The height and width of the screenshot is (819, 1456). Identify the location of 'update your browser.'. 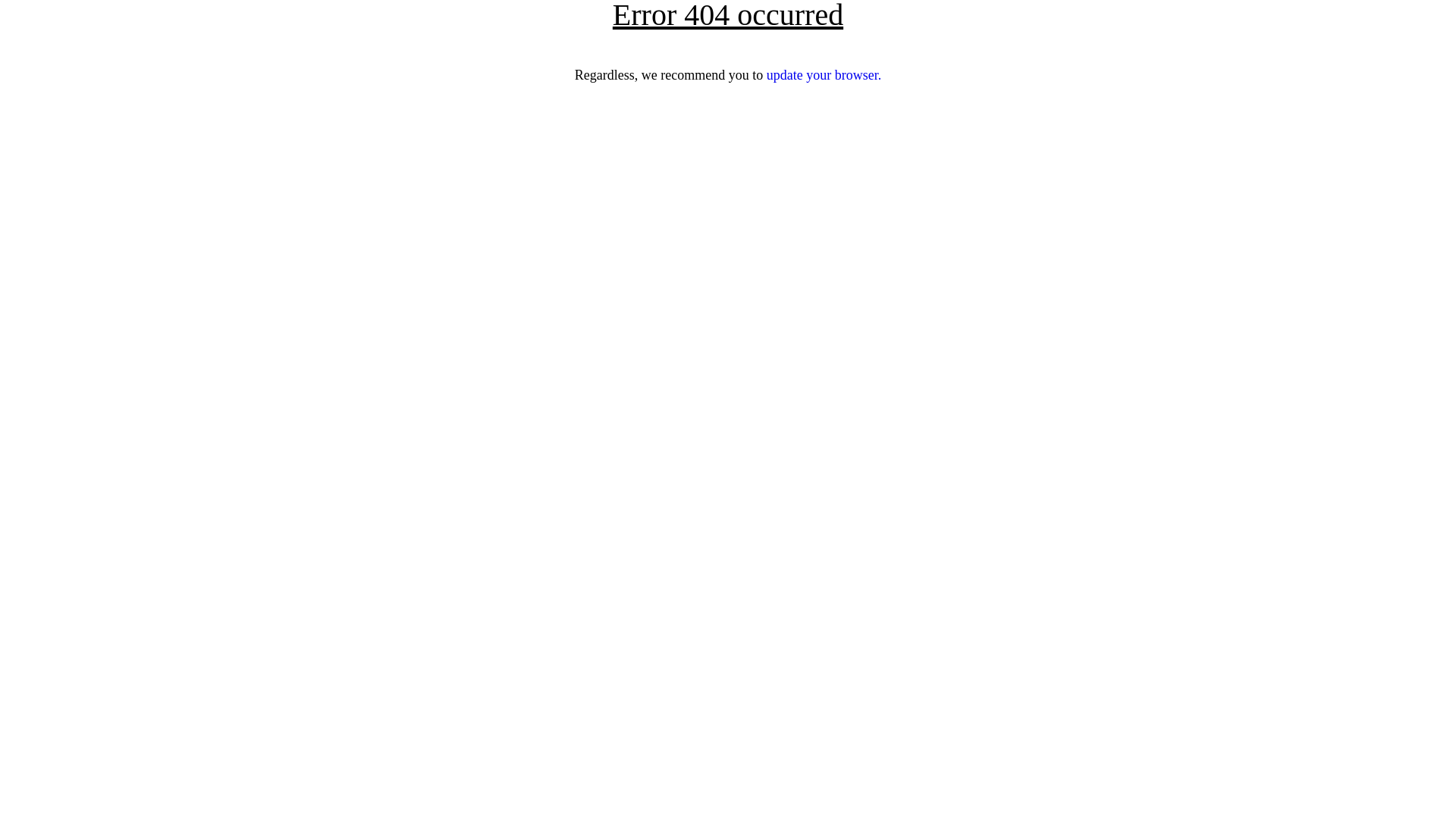
(823, 75).